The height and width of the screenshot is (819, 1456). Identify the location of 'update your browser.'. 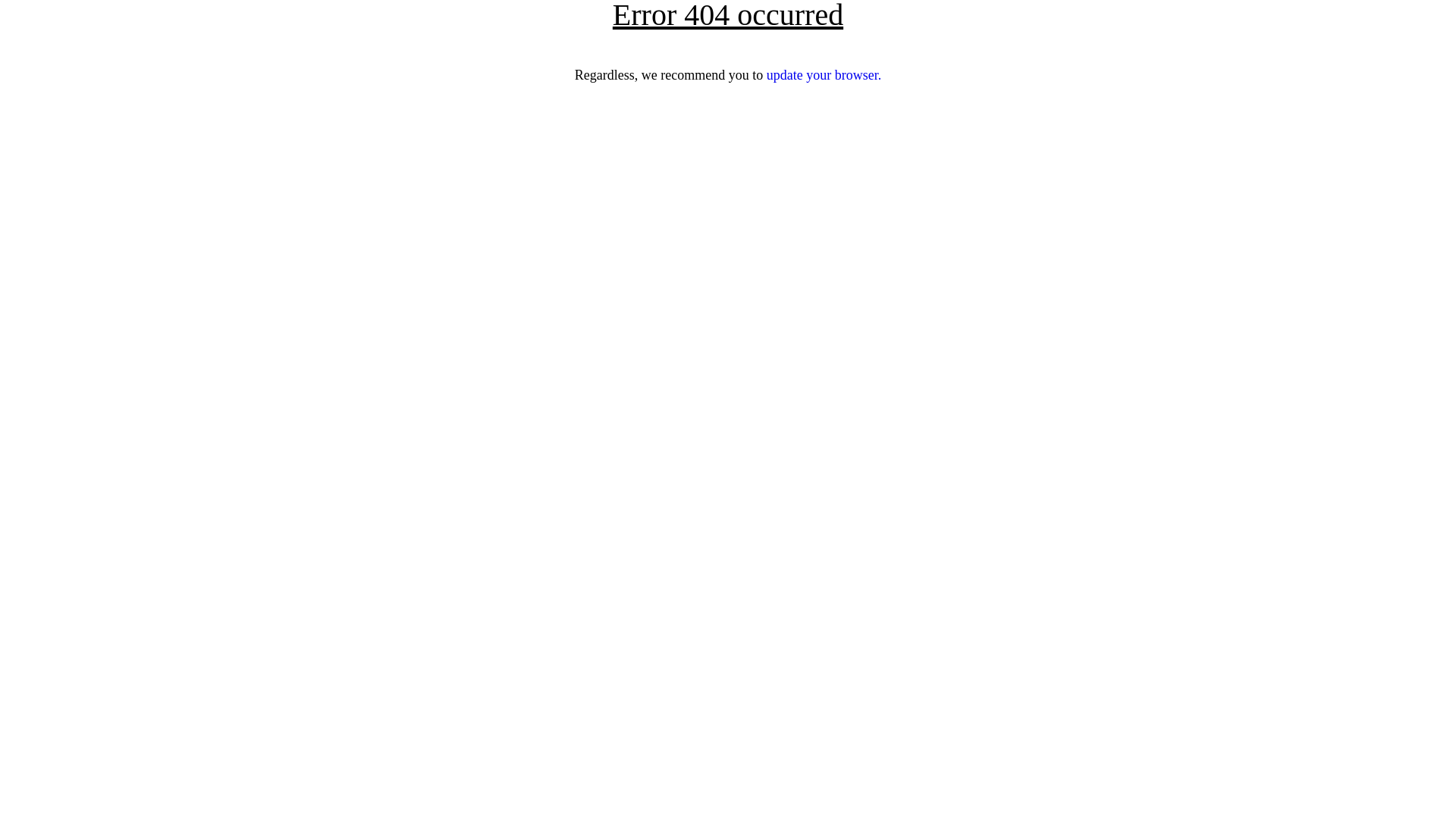
(823, 75).